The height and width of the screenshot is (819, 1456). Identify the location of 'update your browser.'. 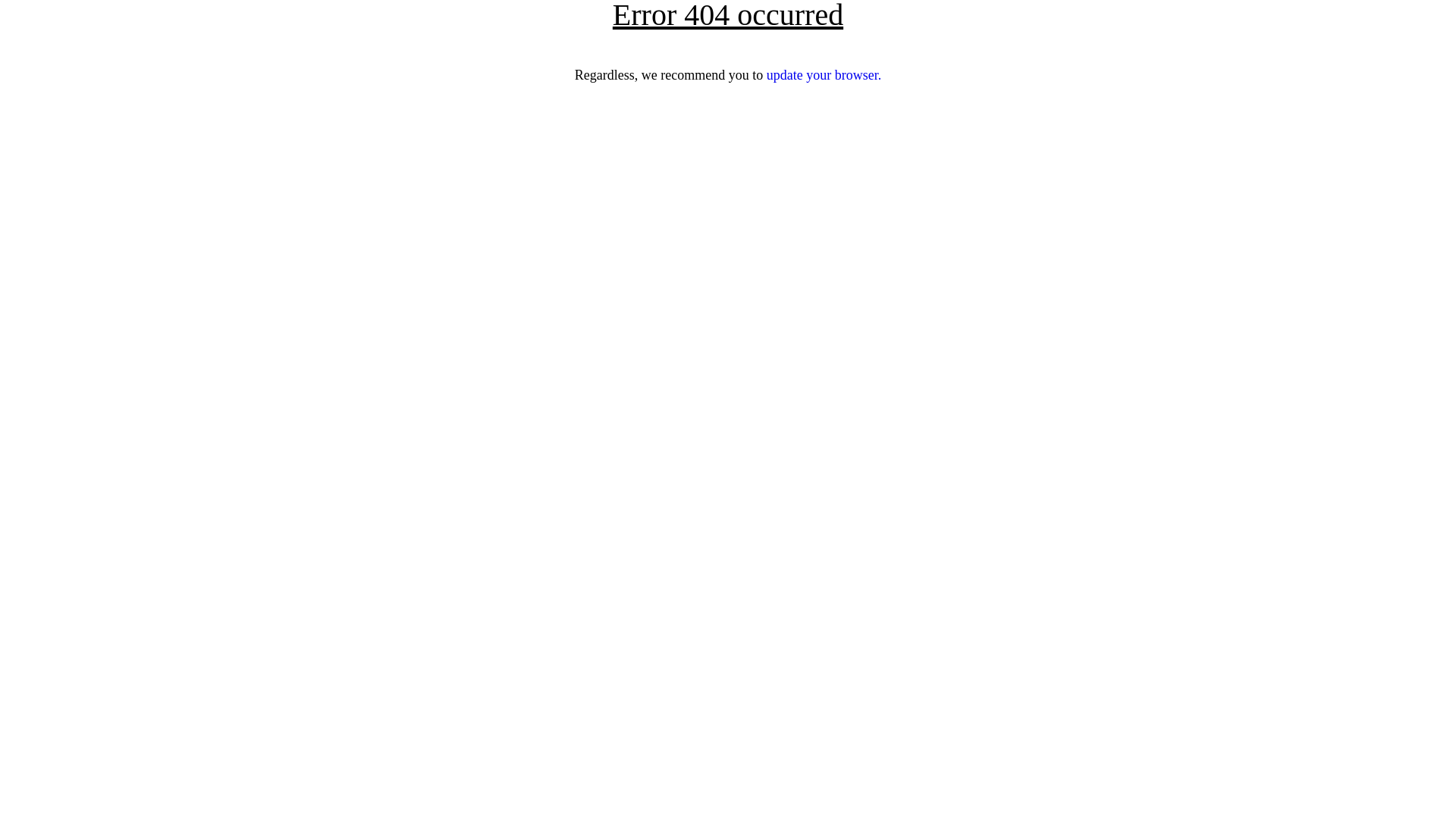
(823, 75).